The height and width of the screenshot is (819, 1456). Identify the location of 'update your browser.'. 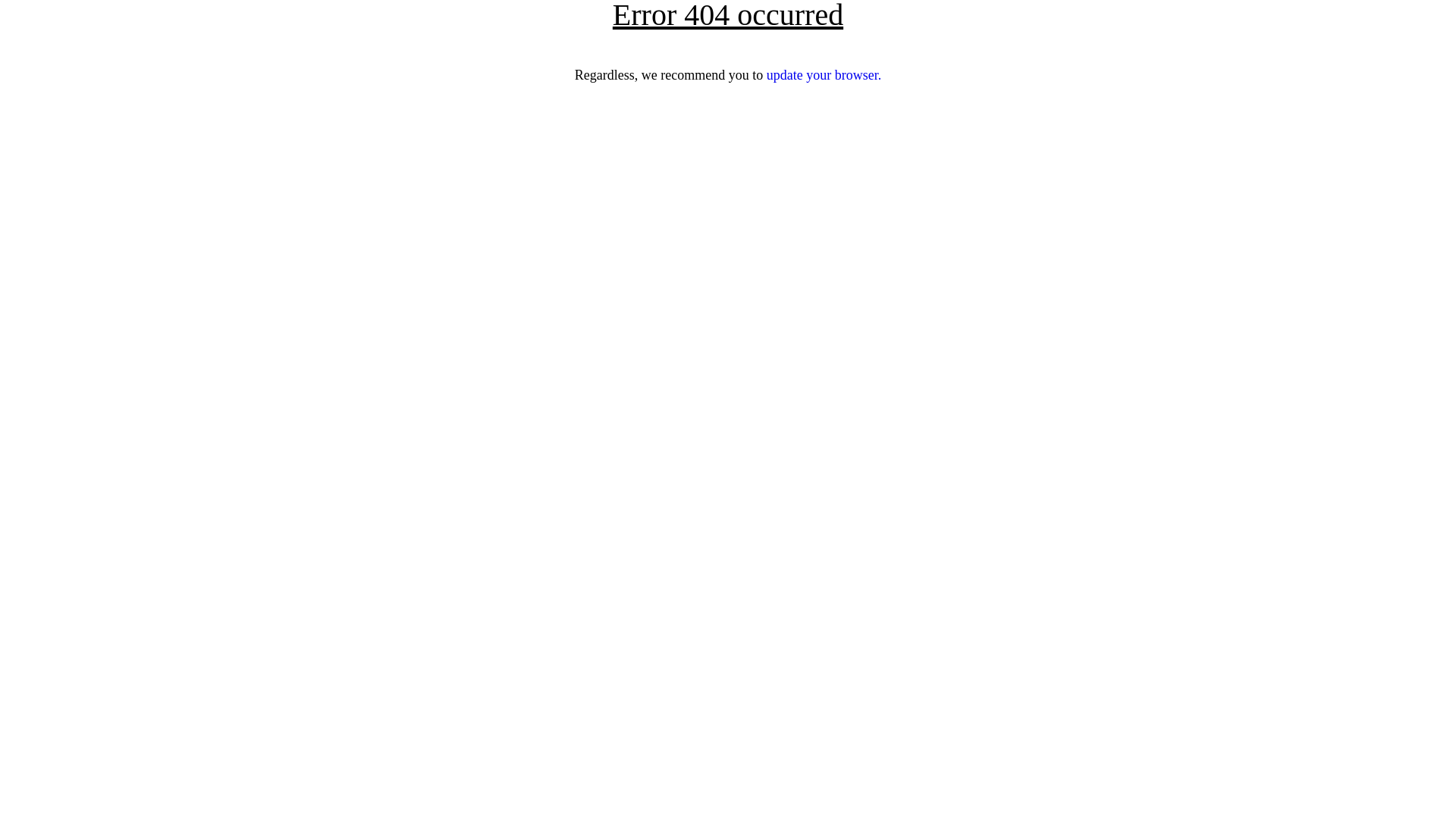
(823, 75).